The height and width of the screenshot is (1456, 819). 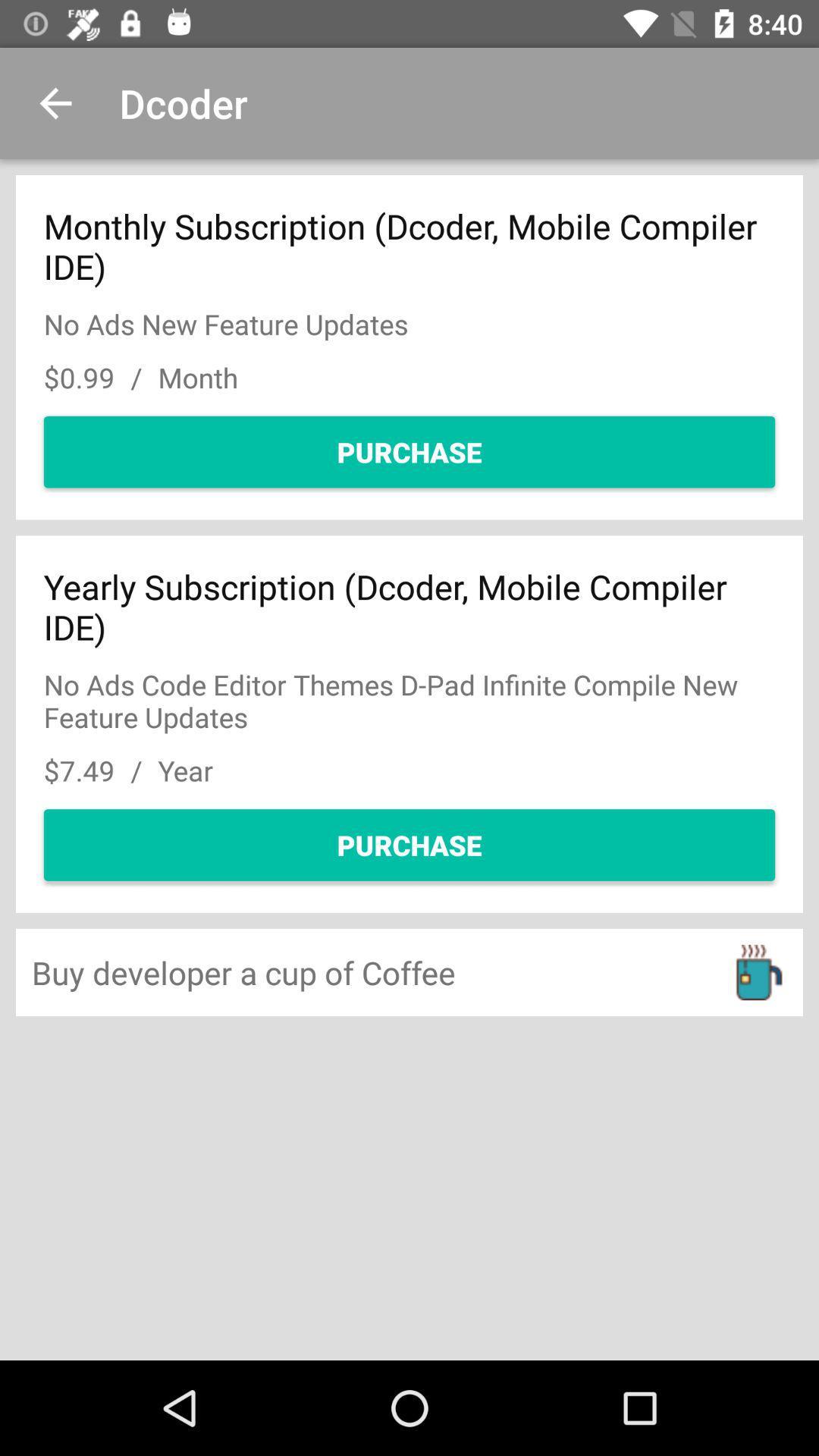 I want to click on the app next to dcoder icon, so click(x=55, y=102).